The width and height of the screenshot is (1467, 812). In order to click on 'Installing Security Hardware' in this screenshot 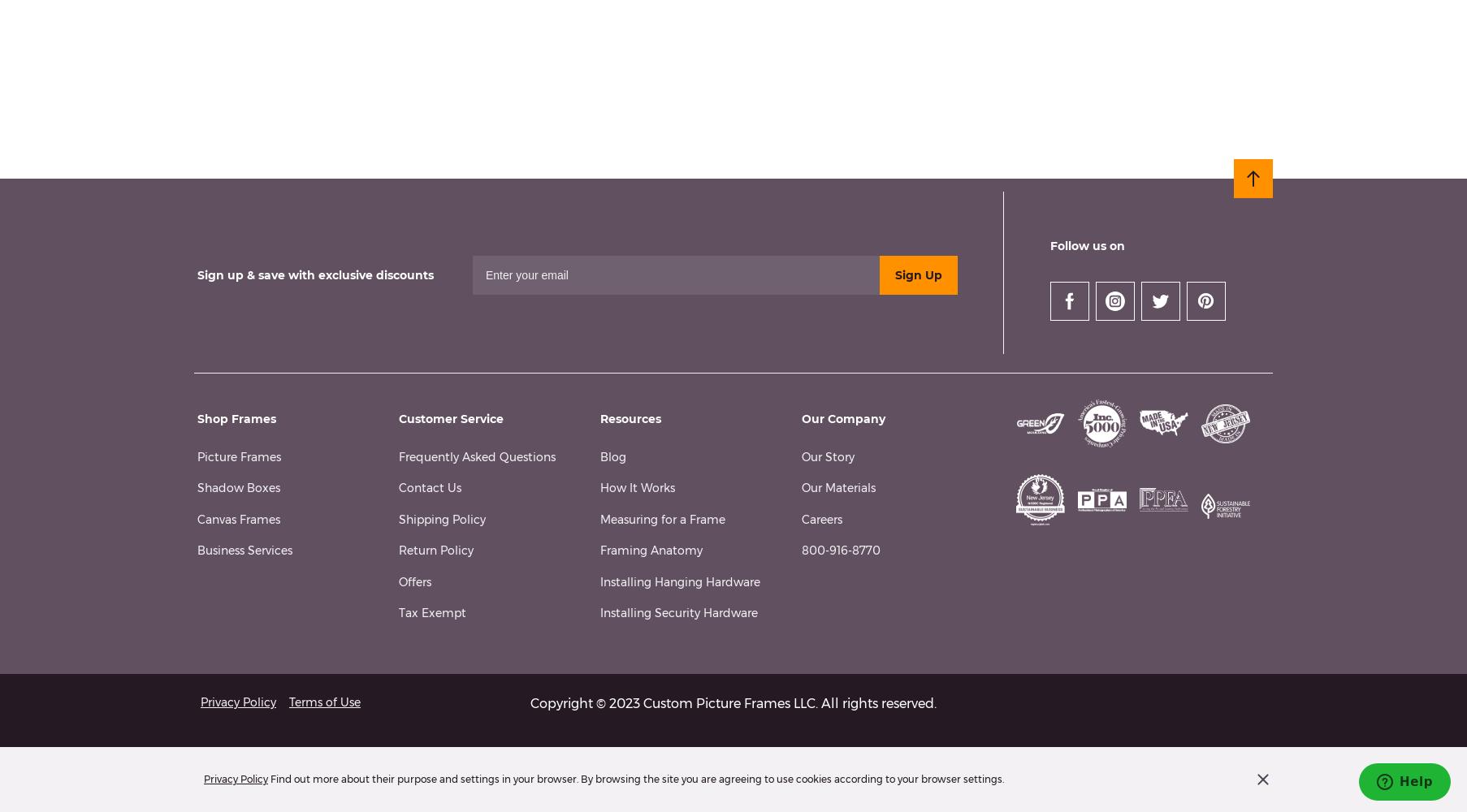, I will do `click(677, 613)`.